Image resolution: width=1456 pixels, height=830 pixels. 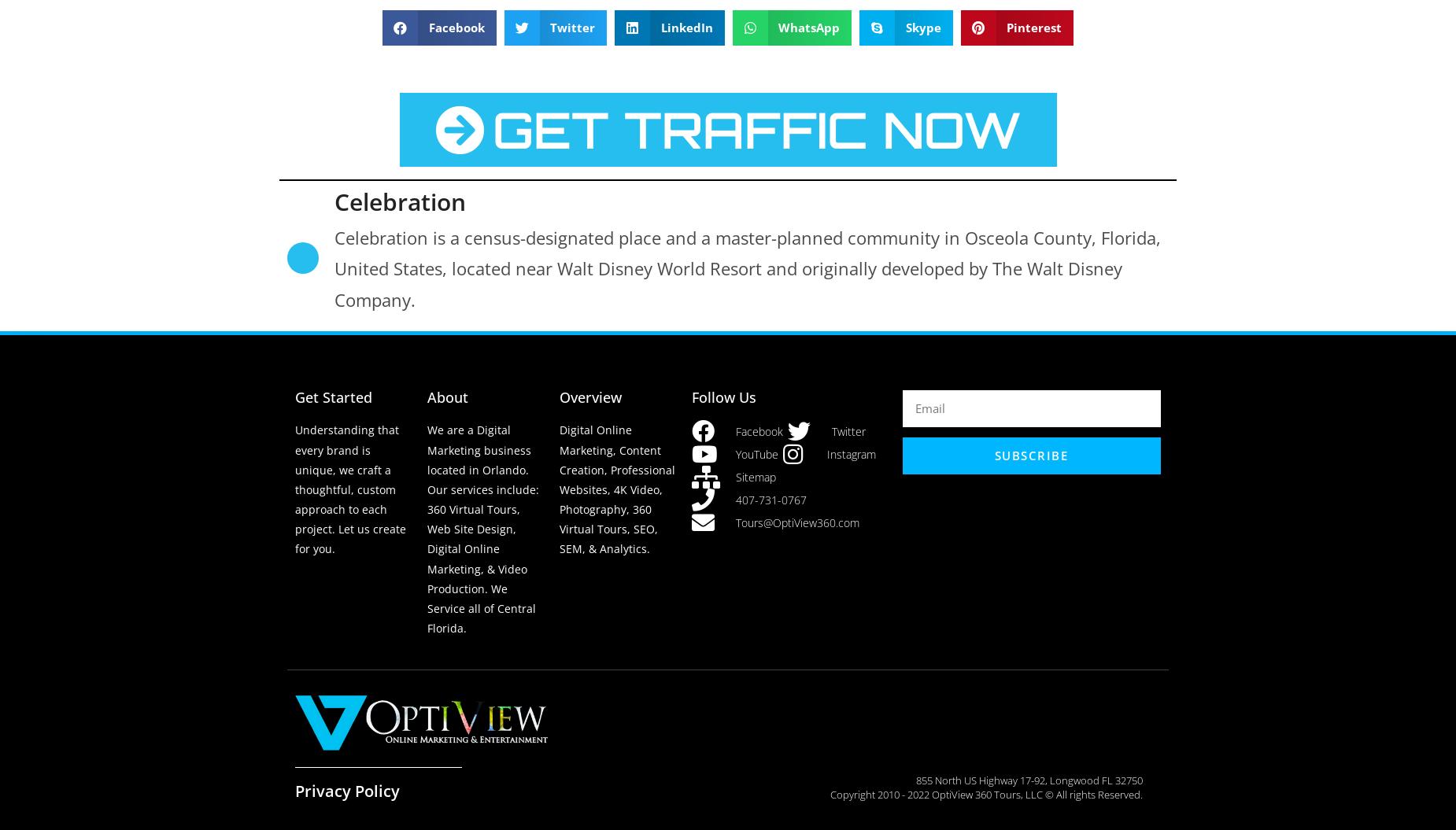 What do you see at coordinates (755, 477) in the screenshot?
I see `'Sitemap'` at bounding box center [755, 477].